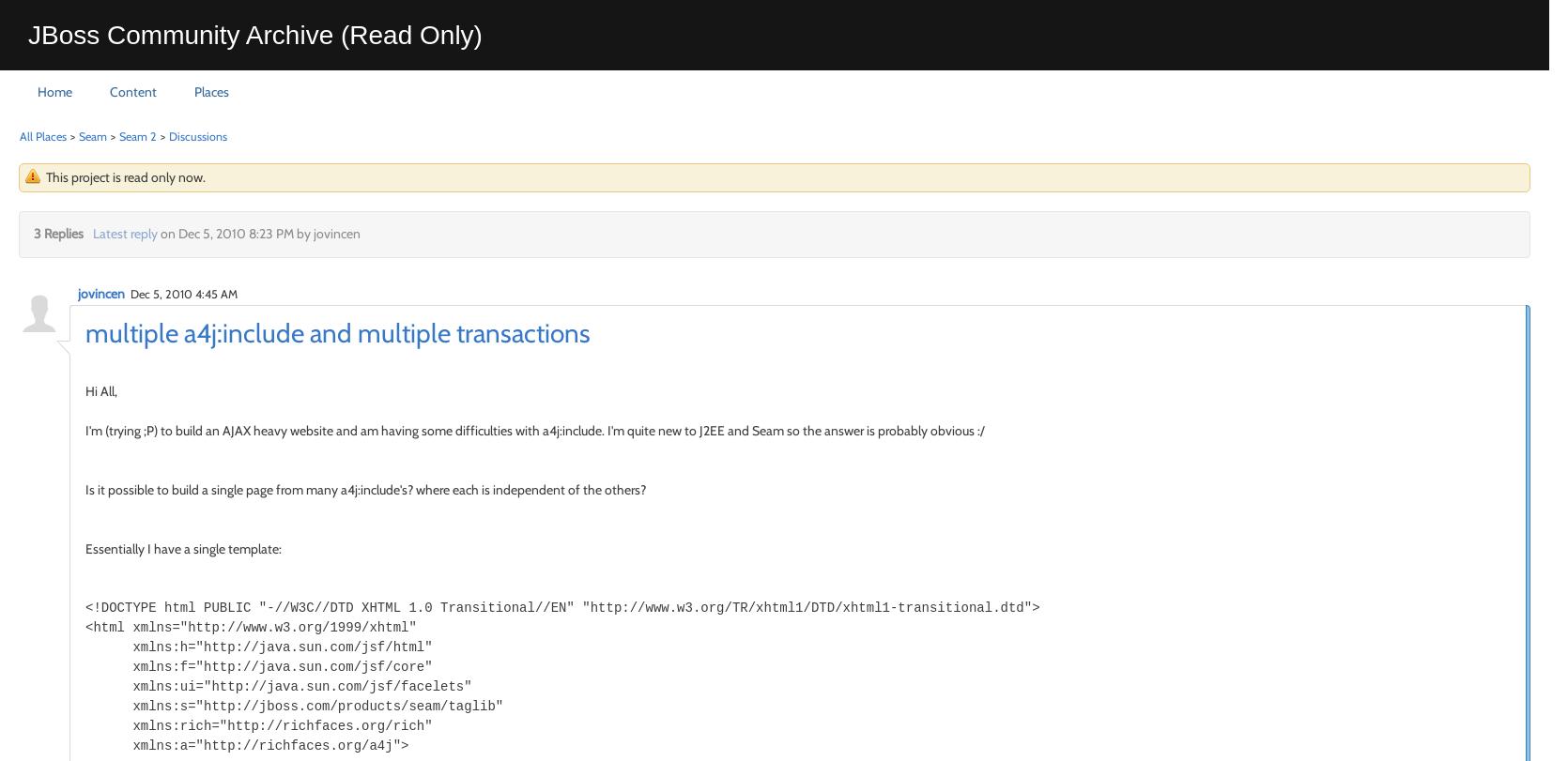 Image resolution: width=1568 pixels, height=761 pixels. Describe the element at coordinates (100, 388) in the screenshot. I see `'Hi All,'` at that location.